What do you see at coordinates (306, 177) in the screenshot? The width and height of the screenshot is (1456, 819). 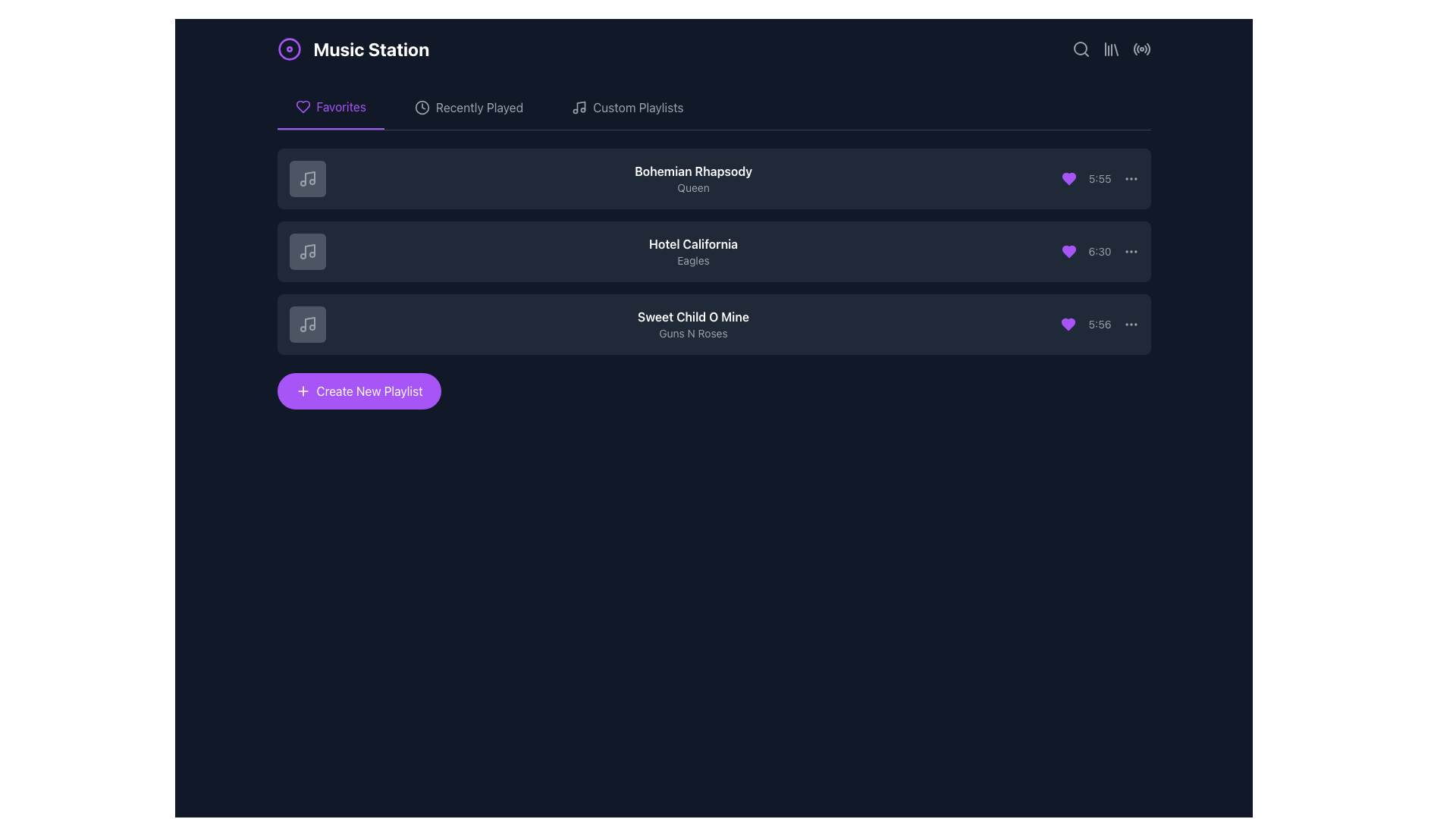 I see `the gray musical note icon located within the first playlist entry of the app interface` at bounding box center [306, 177].